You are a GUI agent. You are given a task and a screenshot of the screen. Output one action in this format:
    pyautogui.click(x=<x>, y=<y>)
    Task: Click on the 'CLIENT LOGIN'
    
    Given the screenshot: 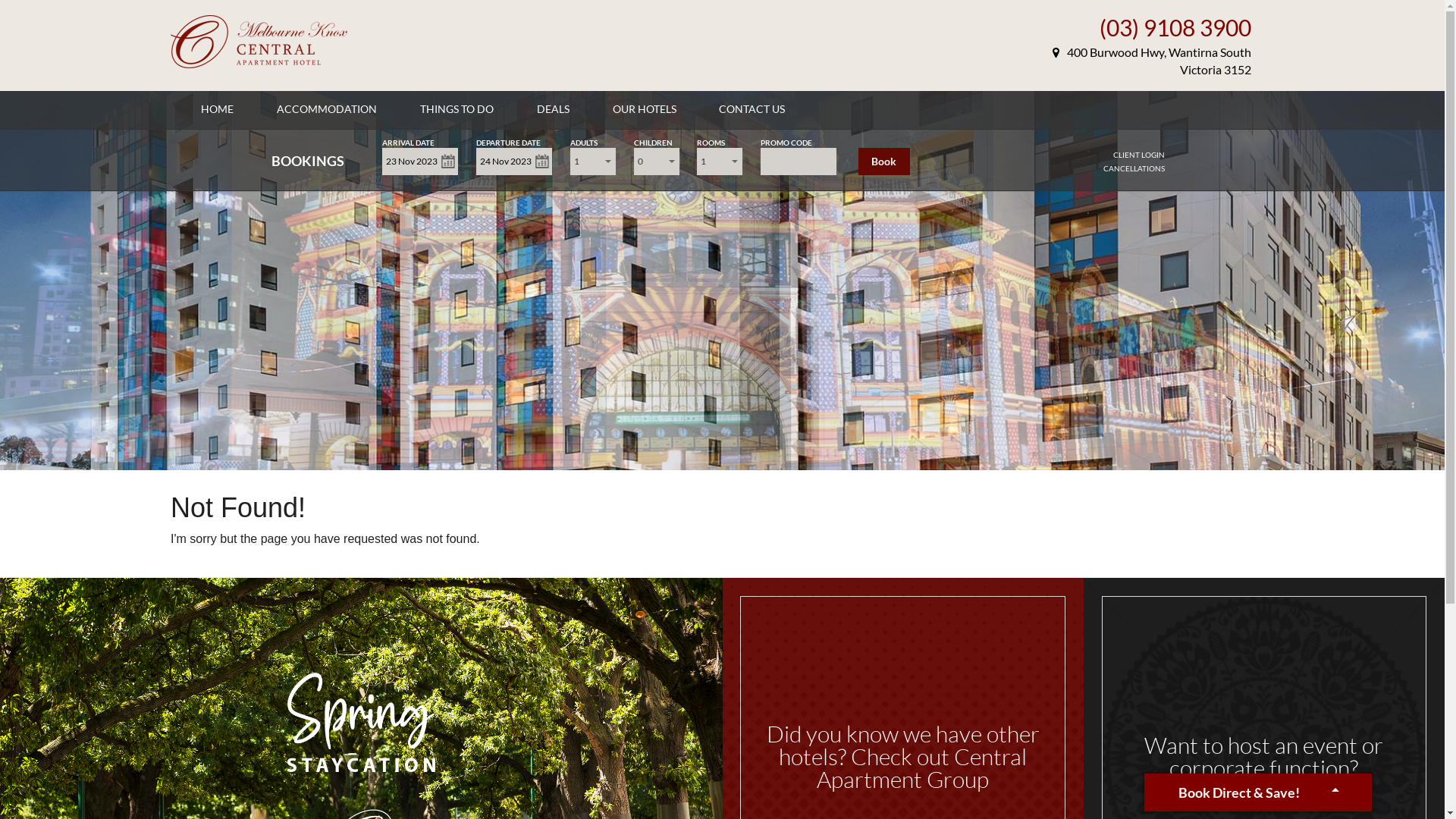 What is the action you would take?
    pyautogui.click(x=1139, y=155)
    